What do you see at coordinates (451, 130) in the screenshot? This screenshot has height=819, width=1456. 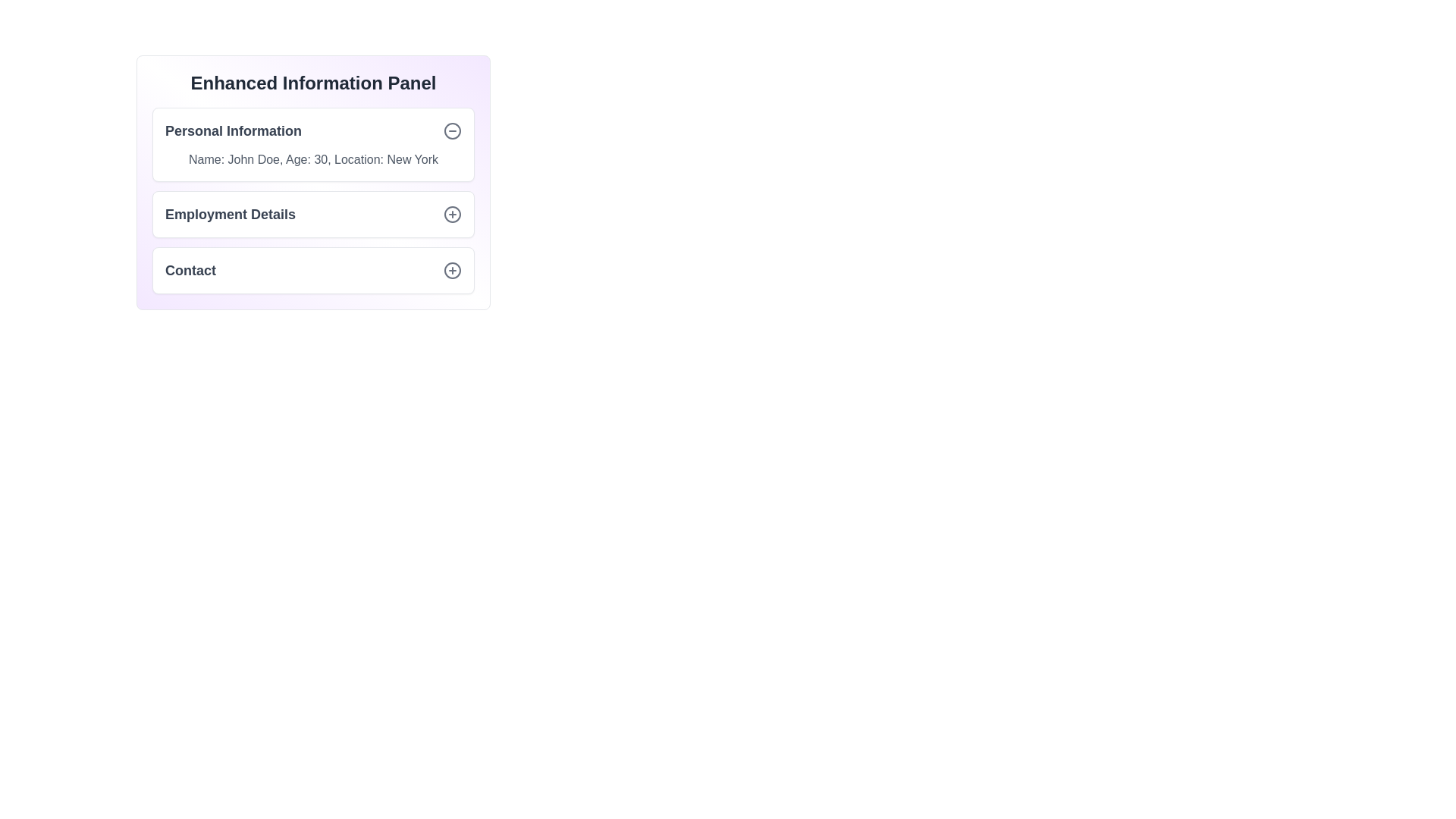 I see `the minus icon button located to the right of the 'Personal Information' header in the 'Enhanced Information Panel'` at bounding box center [451, 130].